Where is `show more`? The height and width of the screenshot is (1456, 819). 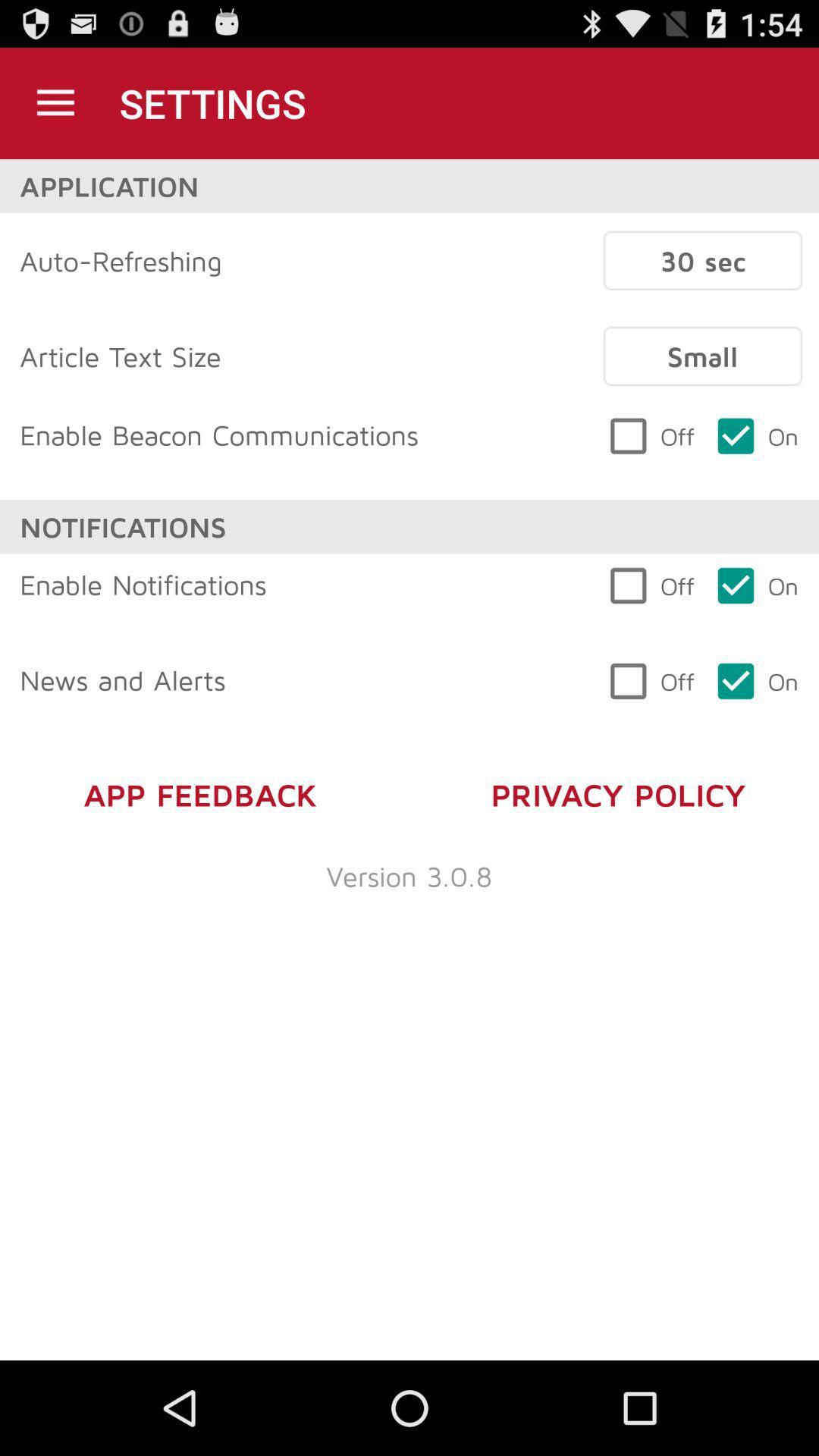 show more is located at coordinates (55, 102).